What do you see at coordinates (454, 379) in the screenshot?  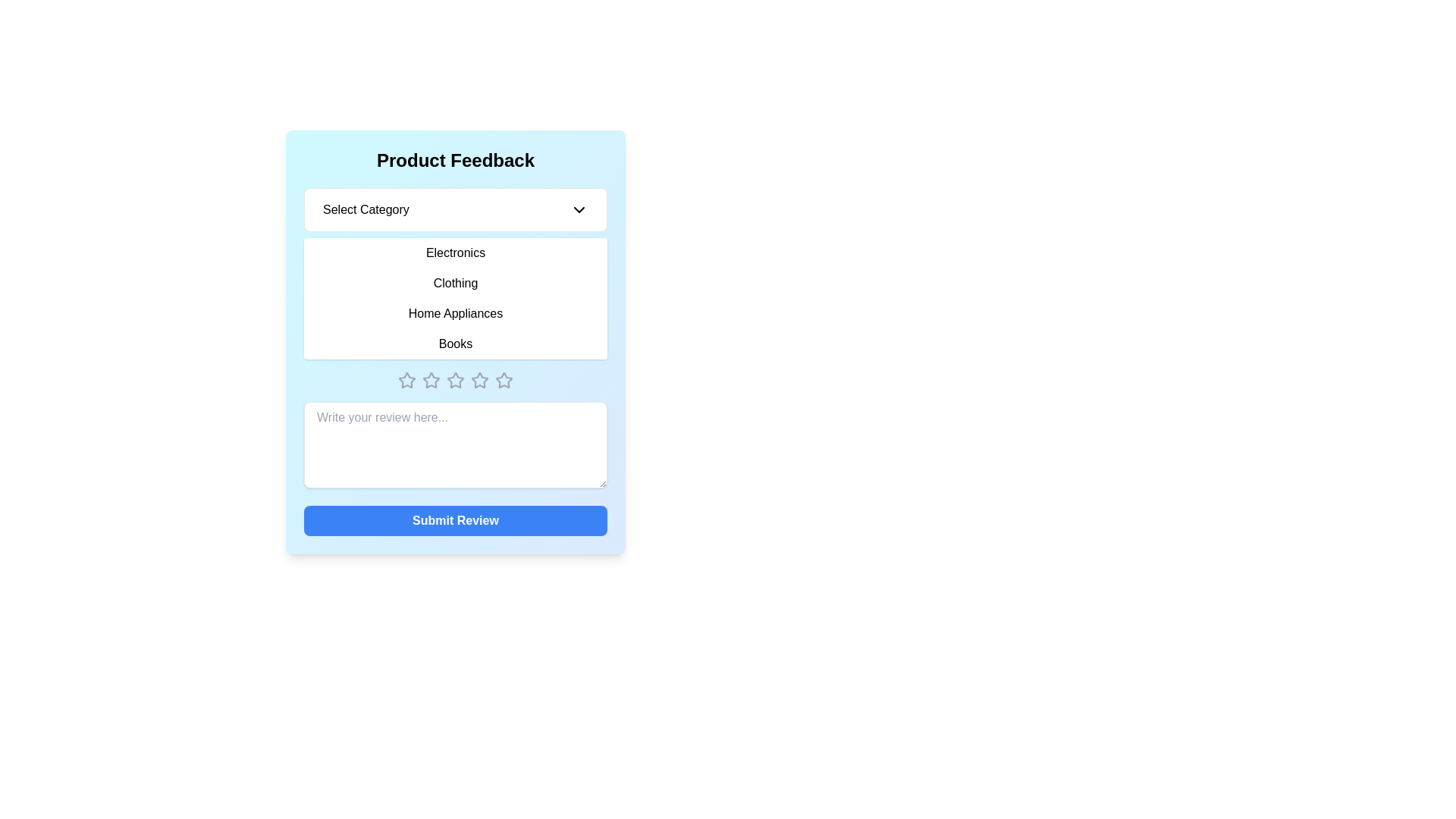 I see `the middle star of the Rating widget in the Product Feedback section` at bounding box center [454, 379].